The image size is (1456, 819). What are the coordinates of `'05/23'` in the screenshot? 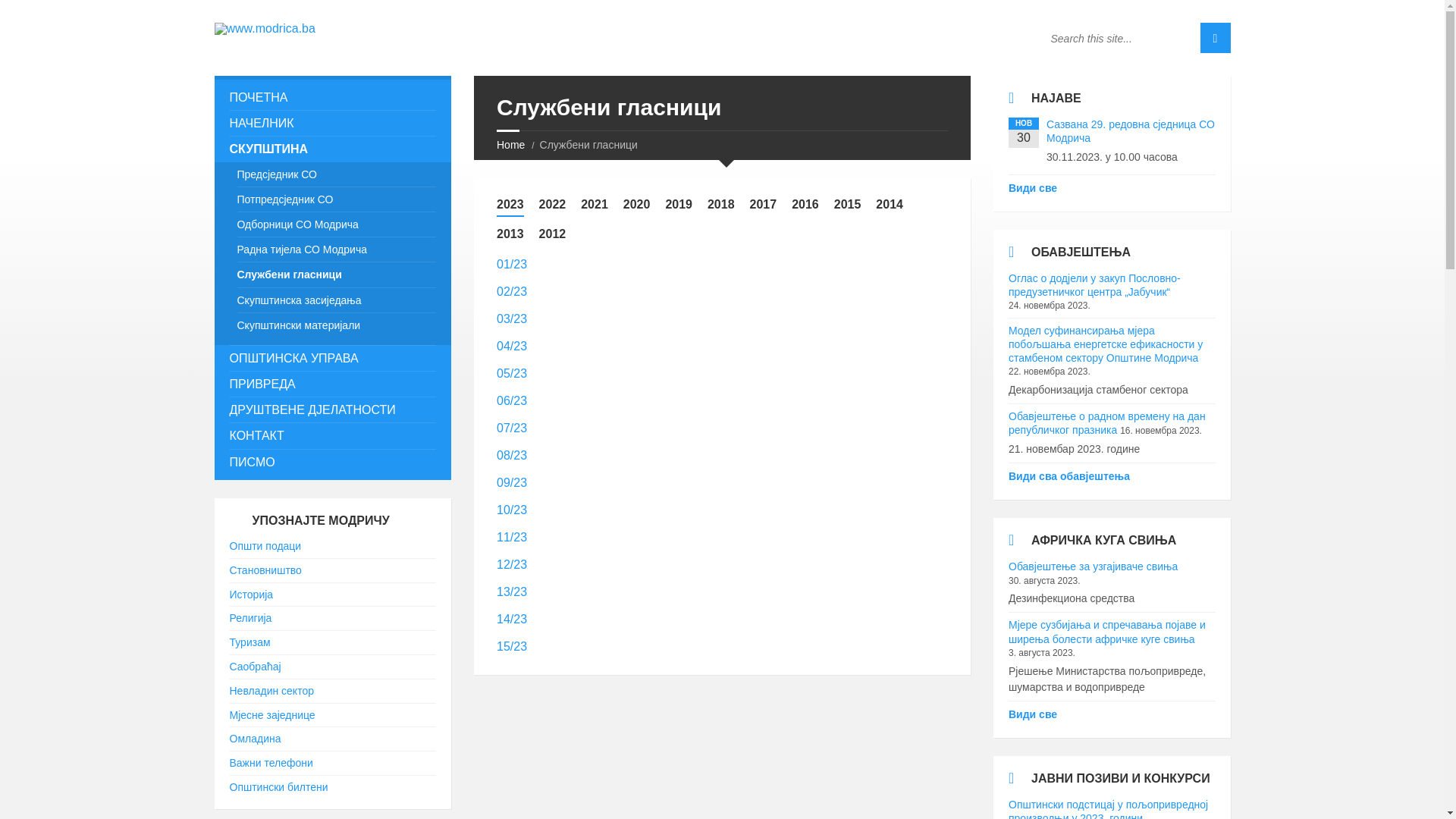 It's located at (496, 373).